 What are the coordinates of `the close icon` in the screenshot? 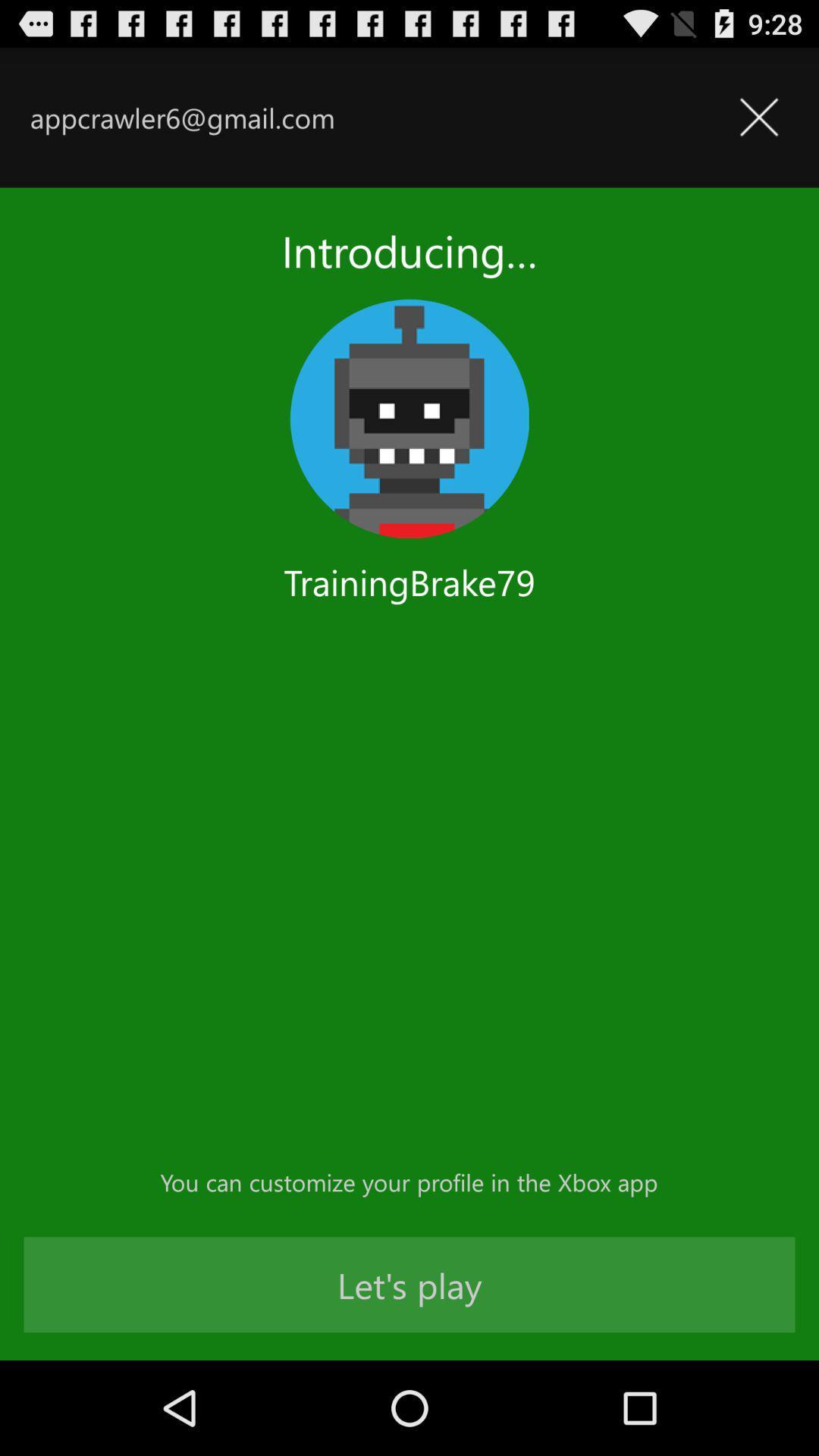 It's located at (758, 126).